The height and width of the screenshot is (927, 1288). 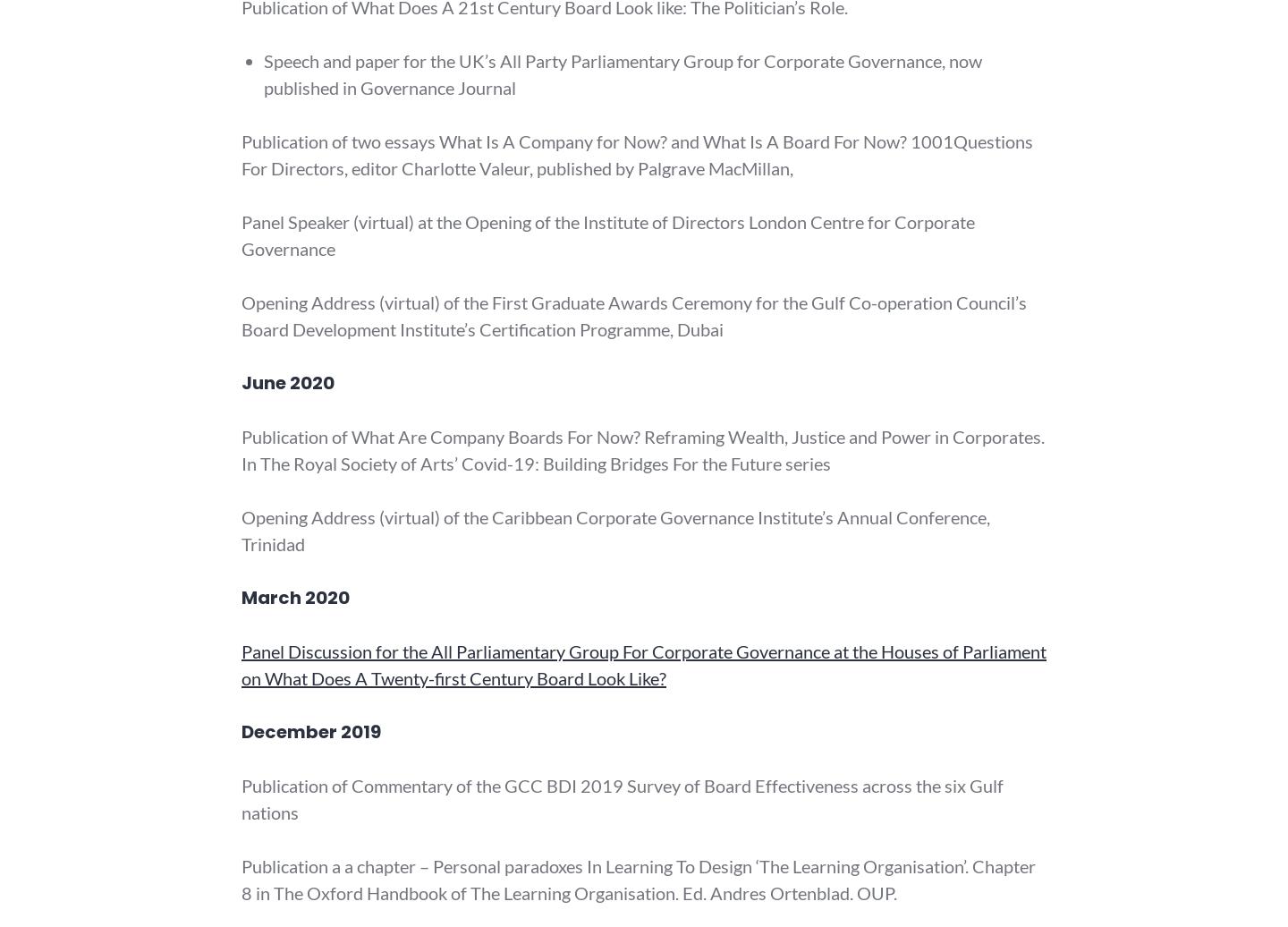 I want to click on 'Panel Speaker (virtual) at the Opening of the Institute of Directors London Centre for Corporate Governance', so click(x=607, y=235).